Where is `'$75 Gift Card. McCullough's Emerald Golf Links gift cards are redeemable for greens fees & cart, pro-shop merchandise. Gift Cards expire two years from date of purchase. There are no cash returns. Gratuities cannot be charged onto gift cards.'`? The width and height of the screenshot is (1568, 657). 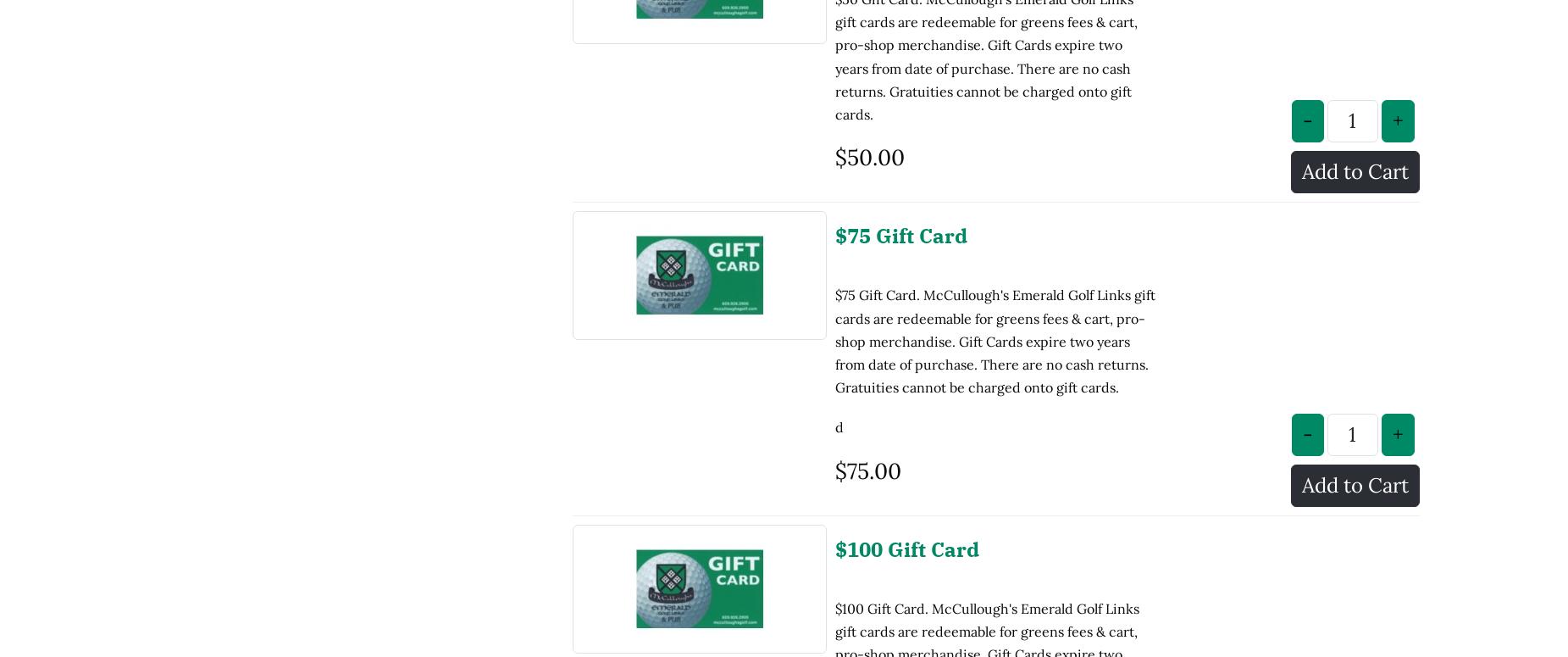
'$75 Gift Card. McCullough's Emerald Golf Links gift cards are redeemable for greens fees & cart, pro-shop merchandise. Gift Cards expire two years from date of purchase. There are no cash returns. Gratuities cannot be charged onto gift cards.' is located at coordinates (834, 200).